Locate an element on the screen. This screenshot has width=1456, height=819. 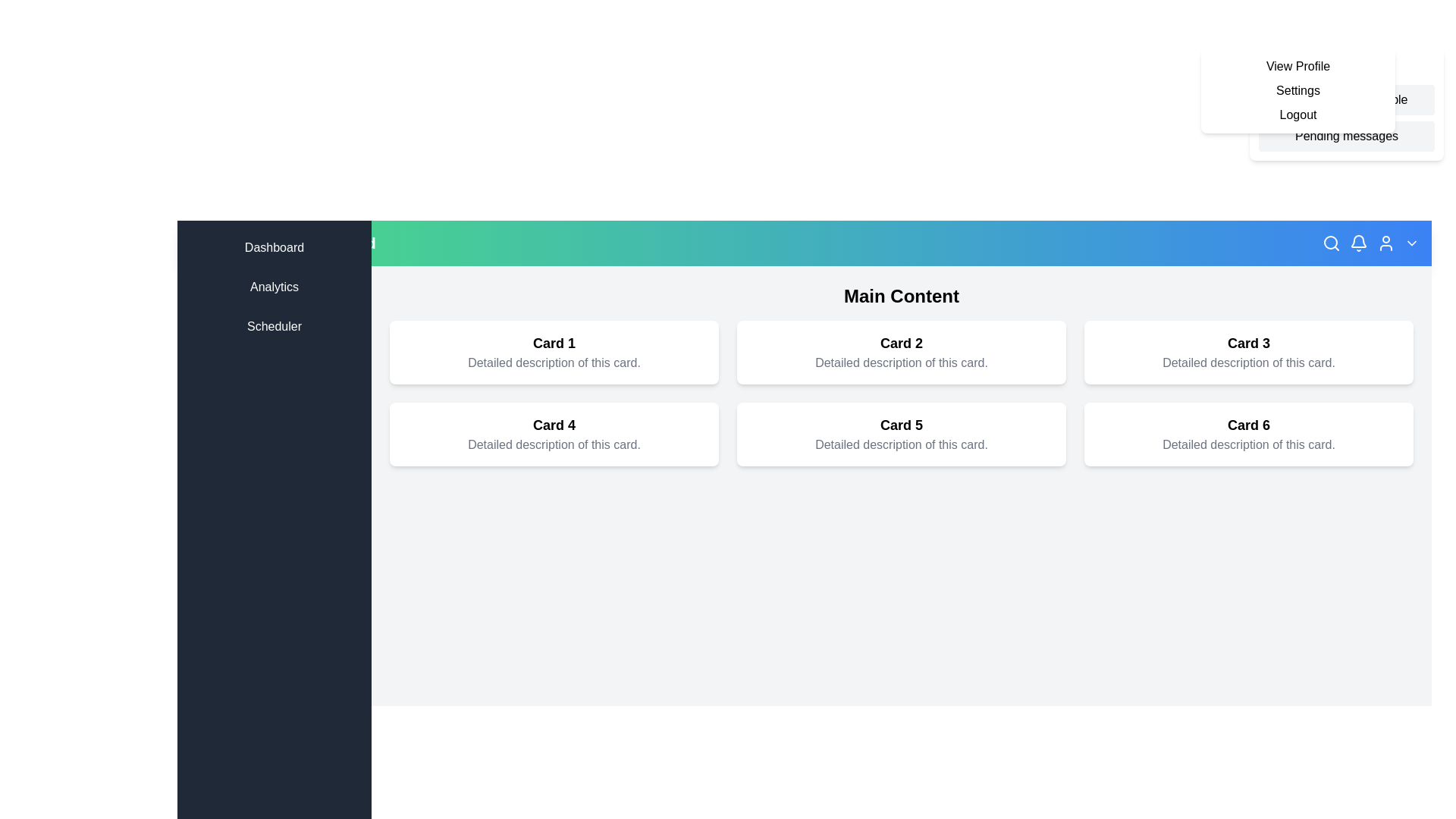
the non-interactive Card component labeled 'Card 1', which is located in the top-left position of a grid of six cards is located at coordinates (553, 353).